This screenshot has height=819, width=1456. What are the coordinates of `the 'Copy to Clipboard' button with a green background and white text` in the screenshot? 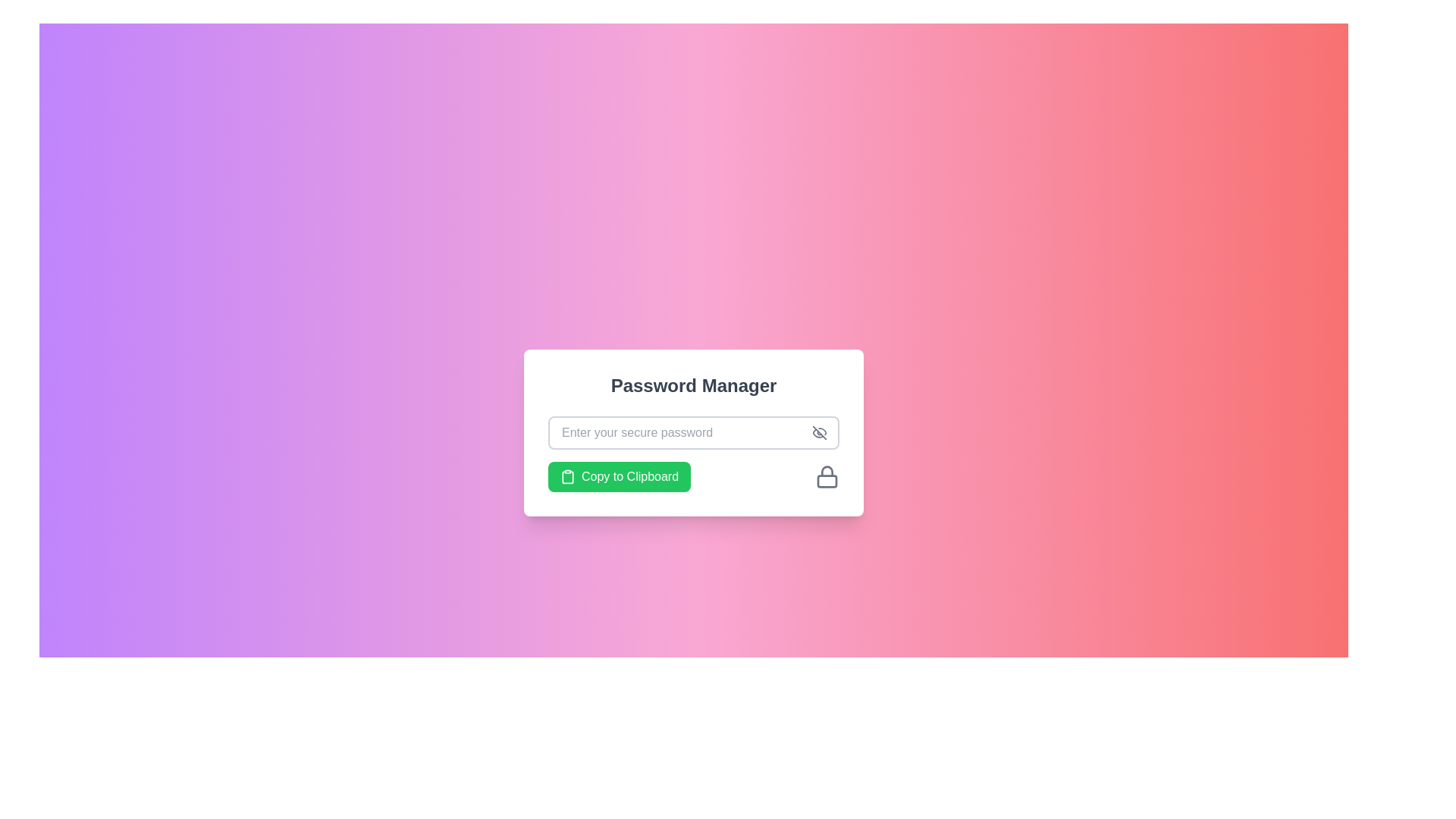 It's located at (619, 475).